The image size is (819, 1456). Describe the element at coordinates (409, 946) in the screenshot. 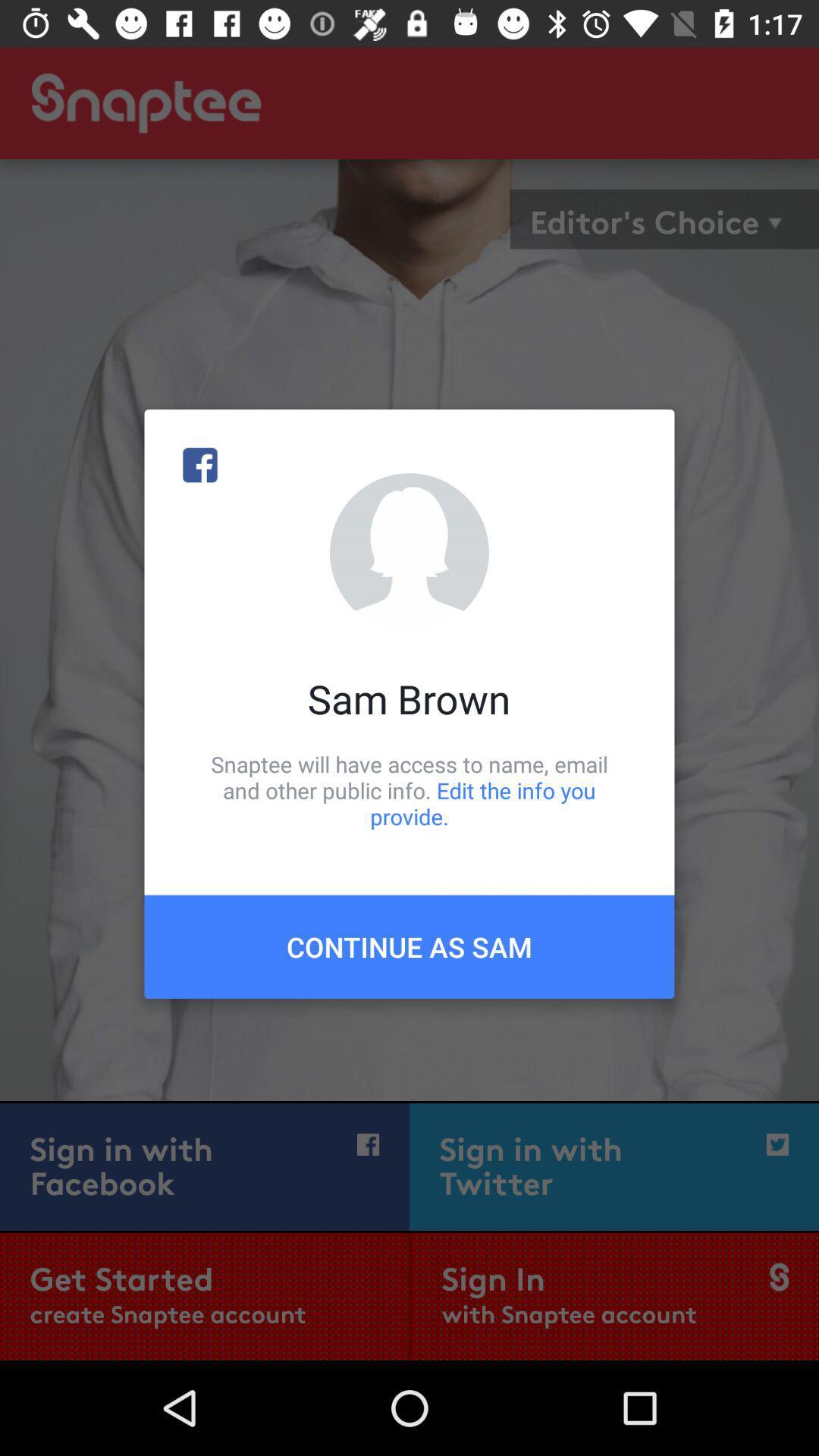

I see `icon below the snaptee will have item` at that location.